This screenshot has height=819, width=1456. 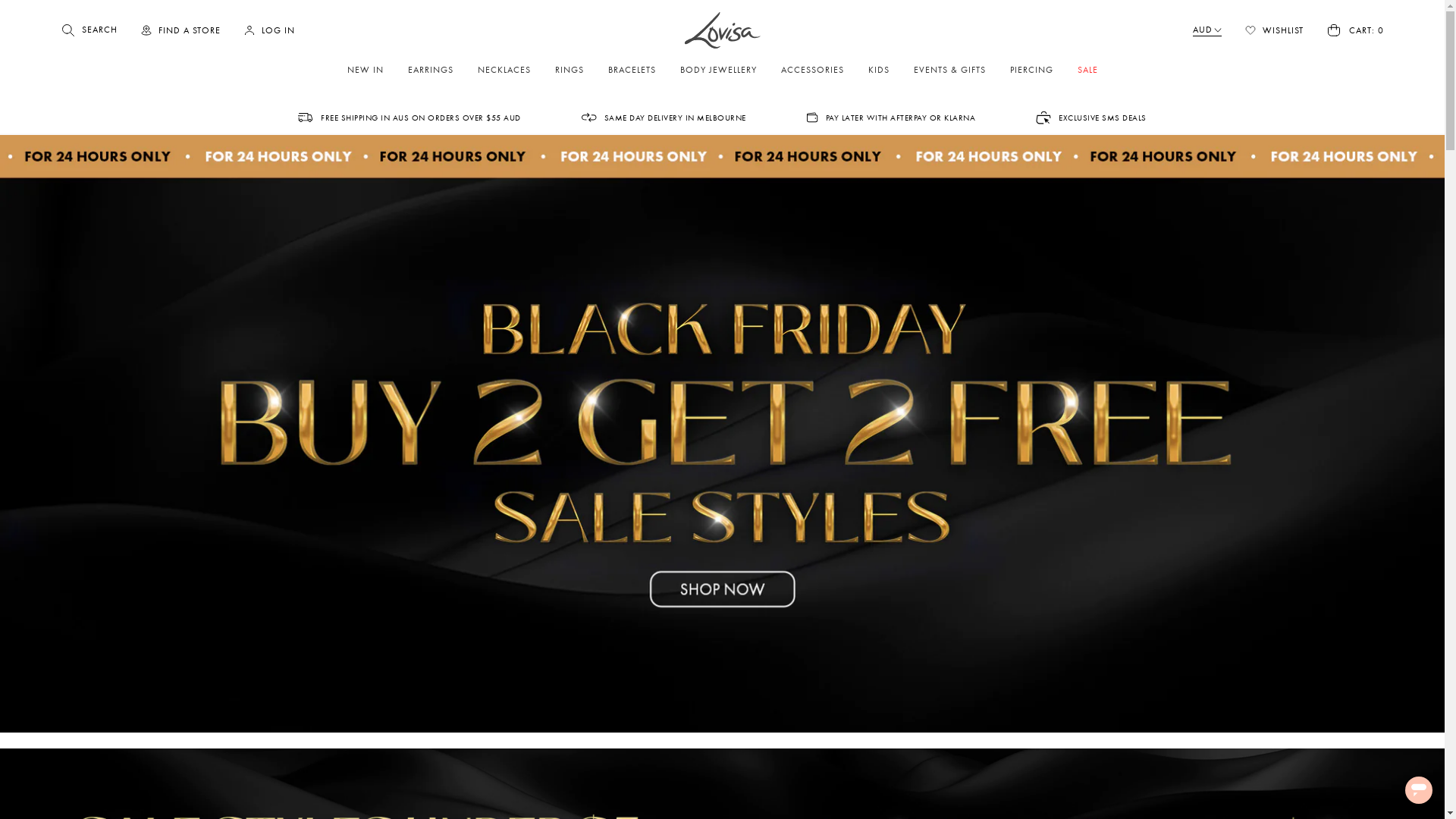 What do you see at coordinates (243, 30) in the screenshot?
I see `'LOG IN'` at bounding box center [243, 30].